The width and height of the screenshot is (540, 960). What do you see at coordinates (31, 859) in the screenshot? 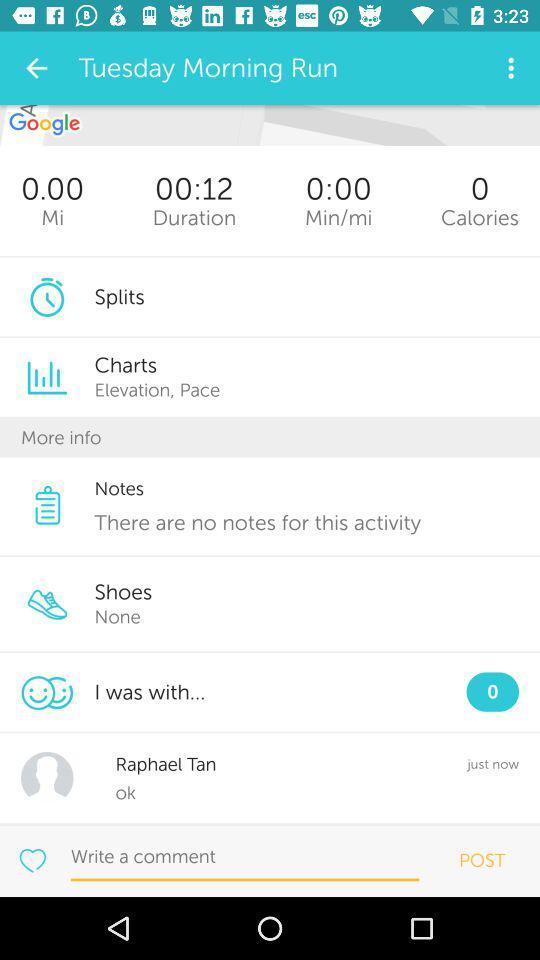
I see `mark favorite` at bounding box center [31, 859].